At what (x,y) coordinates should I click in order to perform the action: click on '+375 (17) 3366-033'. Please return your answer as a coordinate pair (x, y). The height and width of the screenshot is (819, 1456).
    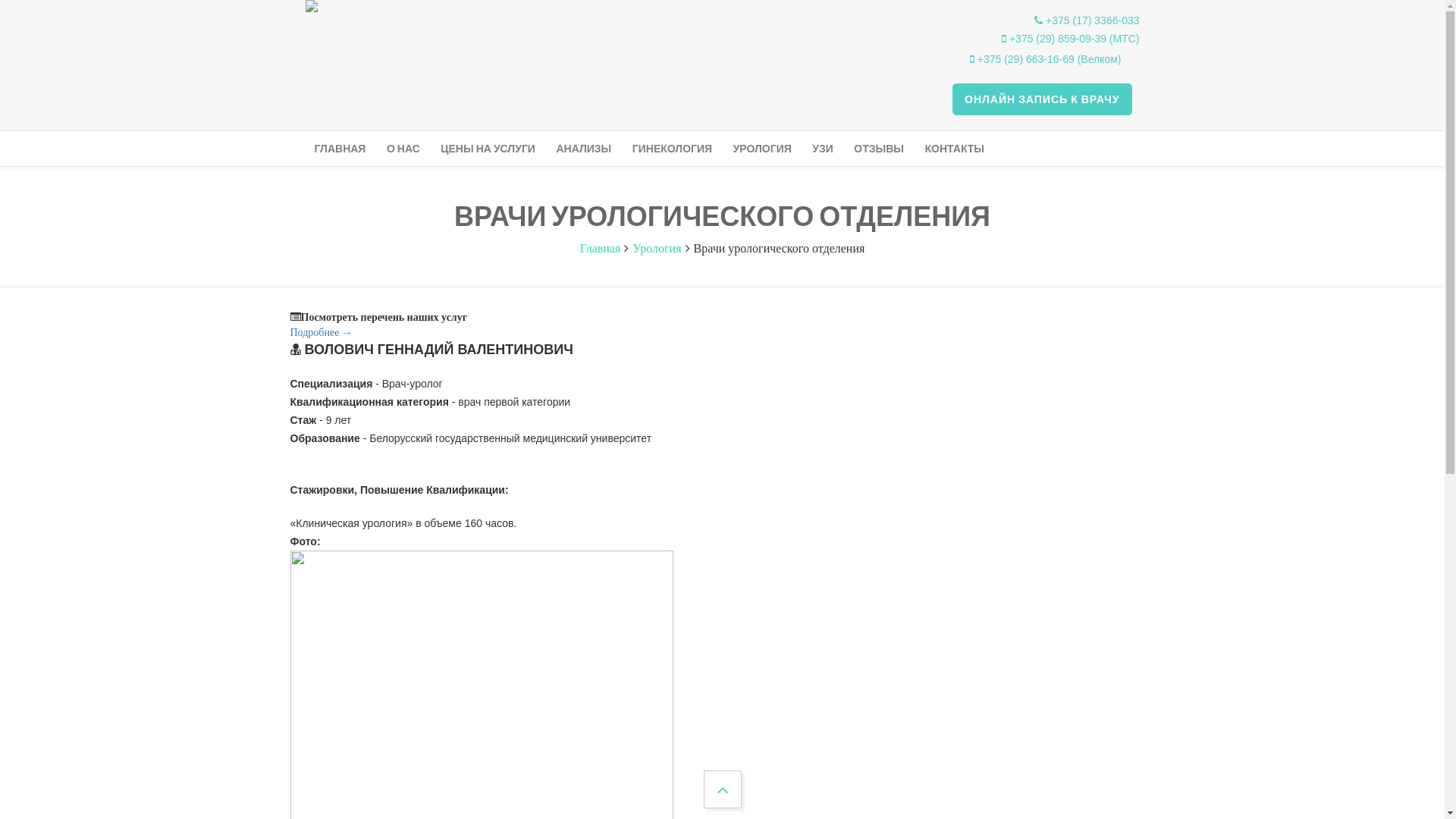
    Looking at the image, I should click on (1086, 20).